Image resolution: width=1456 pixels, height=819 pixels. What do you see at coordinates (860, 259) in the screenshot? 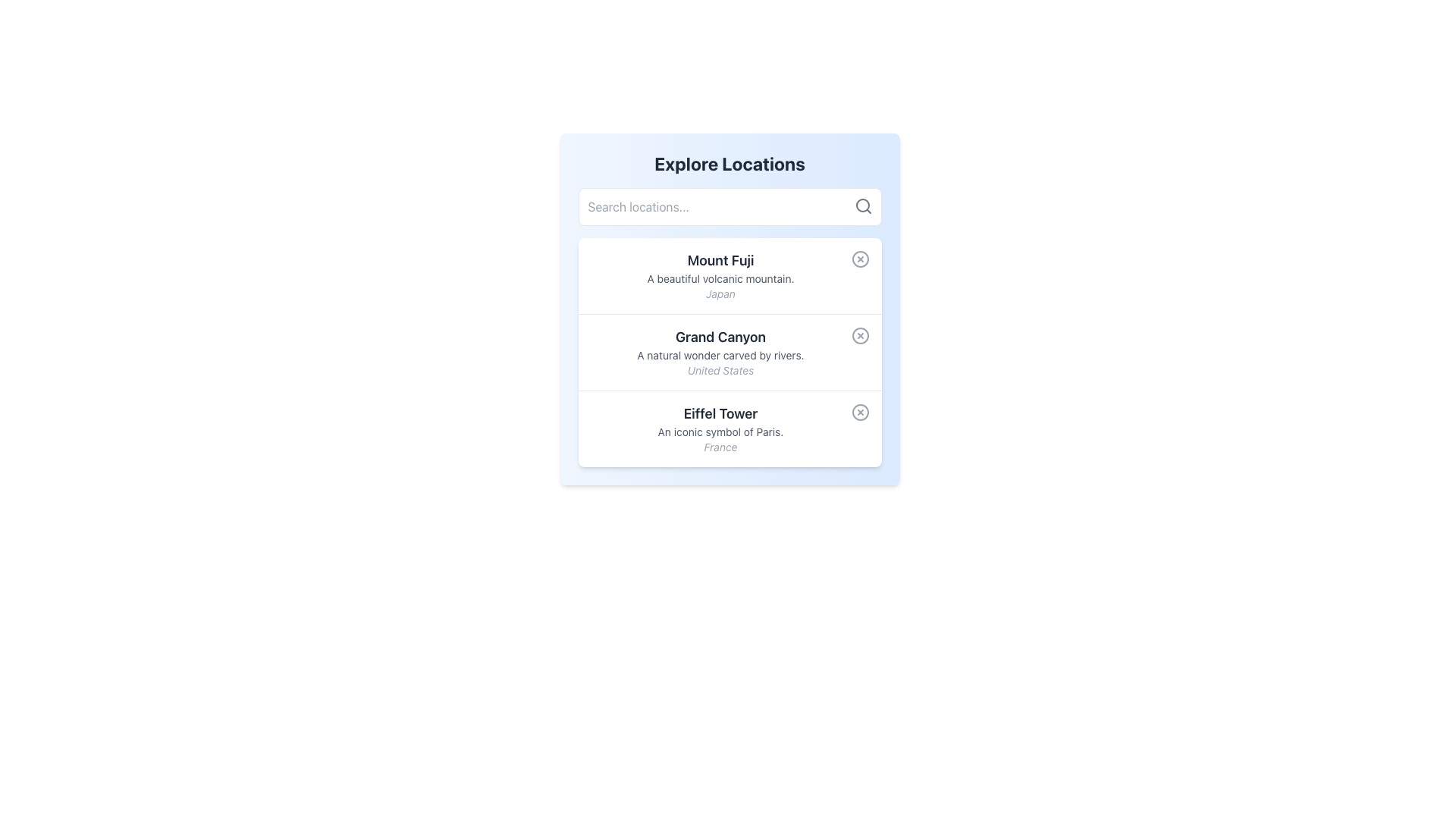
I see `the deletion button located at the rightmost position of the row containing 'Mount Fuji', 'A beautiful volcanic mountain.', and 'Japan' to initiate the removal of the associated list item` at bounding box center [860, 259].